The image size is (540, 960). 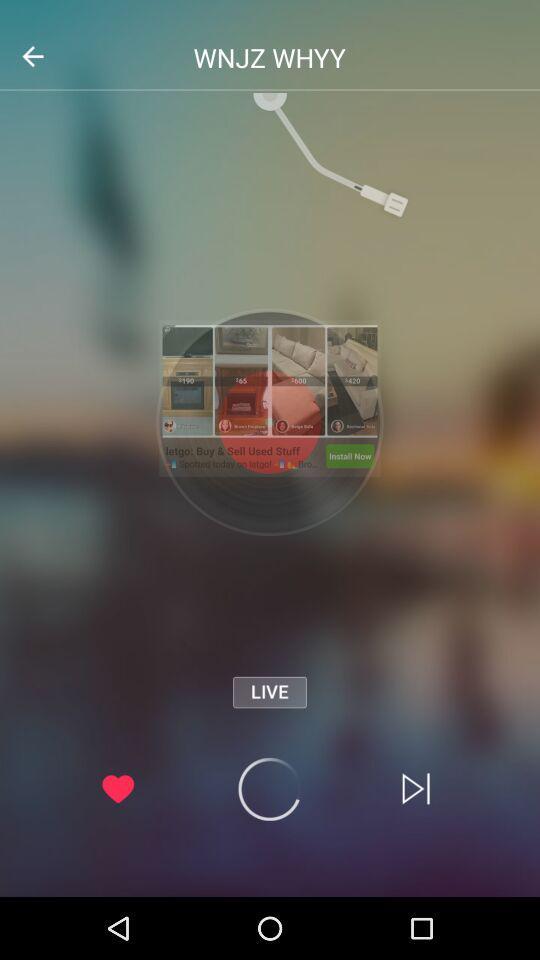 What do you see at coordinates (31, 55) in the screenshot?
I see `the arrow_backward icon` at bounding box center [31, 55].